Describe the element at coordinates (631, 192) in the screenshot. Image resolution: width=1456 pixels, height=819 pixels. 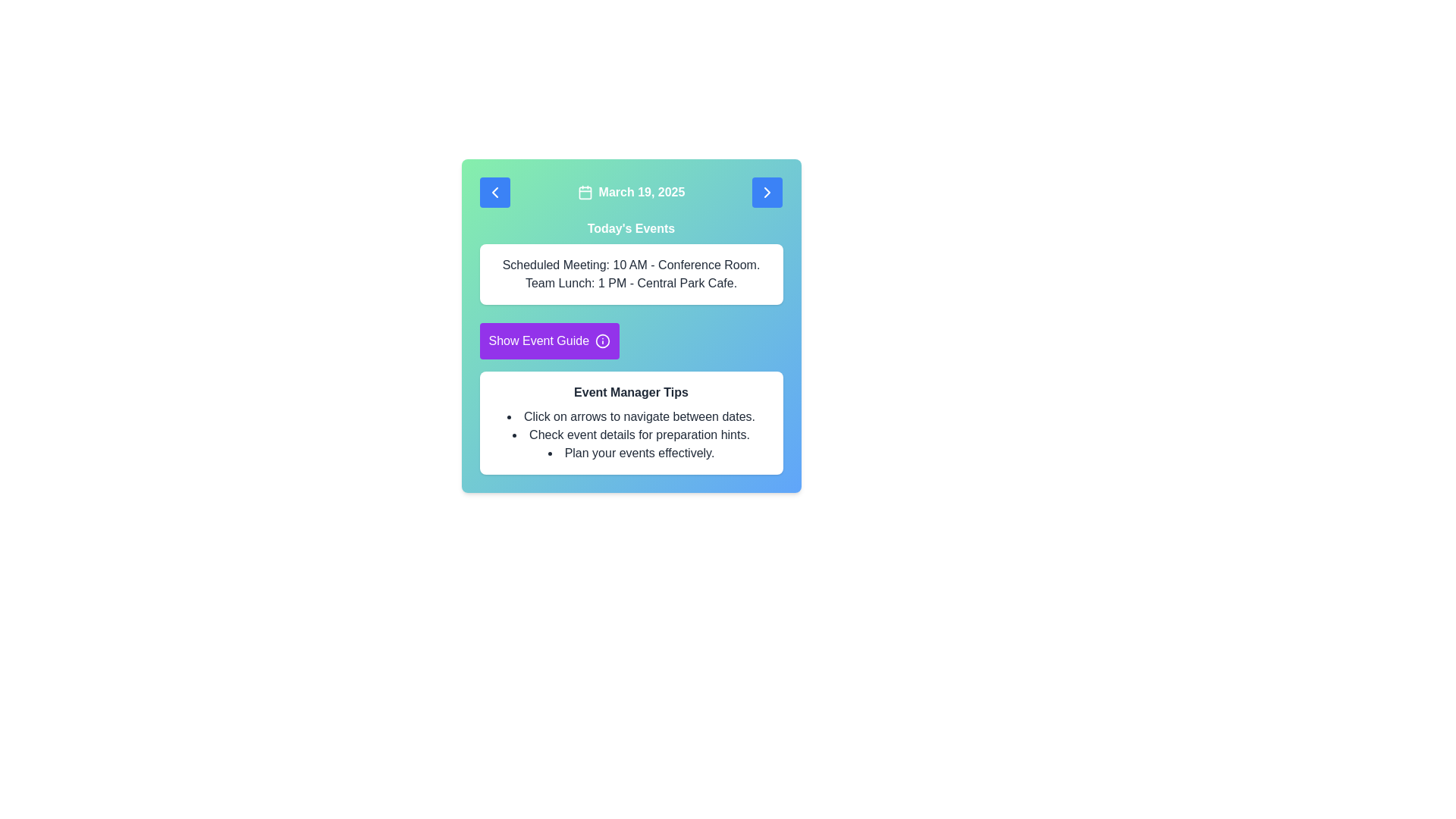
I see `the date display showing 'March 19, 2025', which is part of the header for event details, located near the top of the interface` at that location.